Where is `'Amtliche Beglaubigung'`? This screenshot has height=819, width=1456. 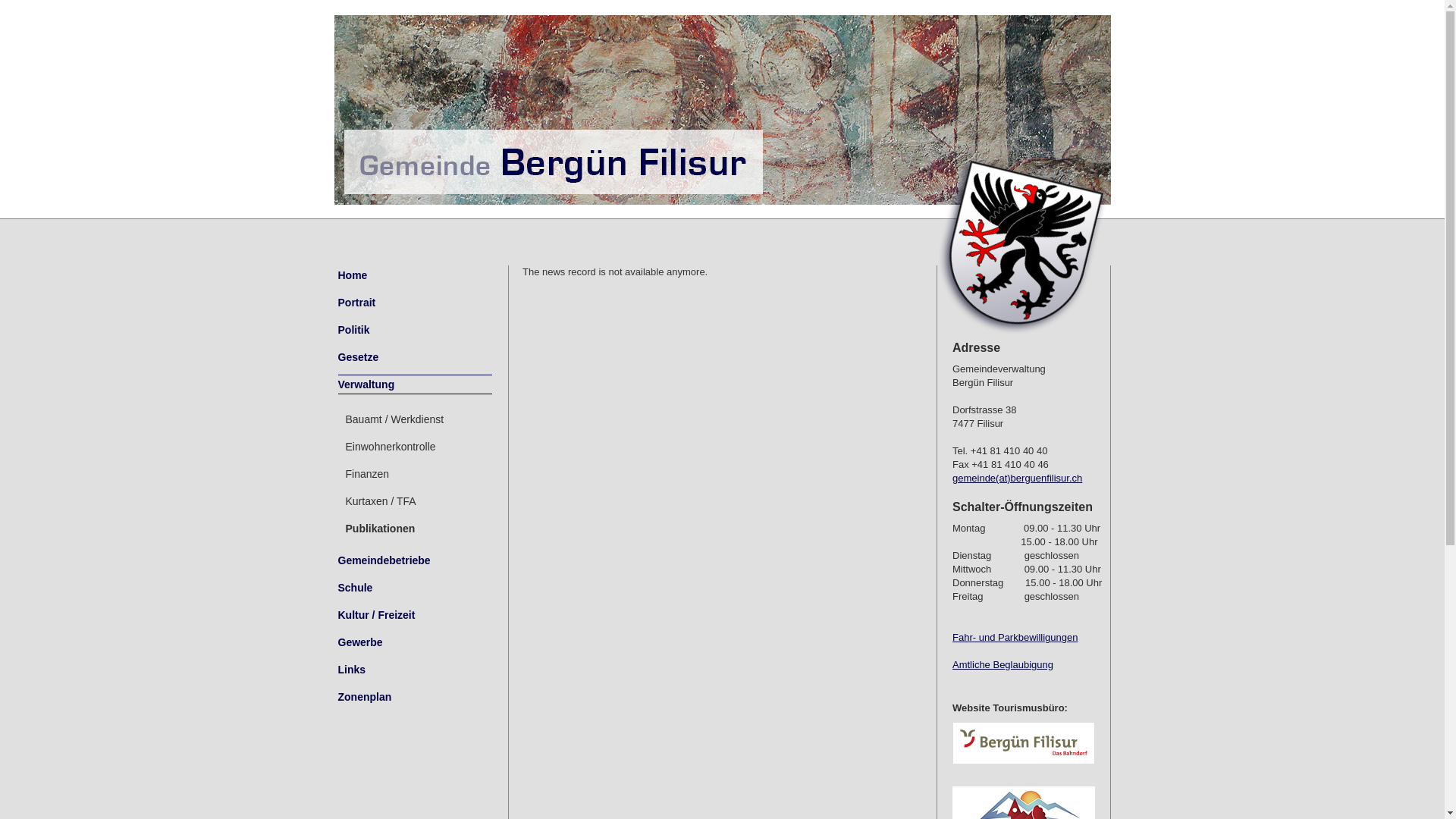 'Amtliche Beglaubigung' is located at coordinates (952, 664).